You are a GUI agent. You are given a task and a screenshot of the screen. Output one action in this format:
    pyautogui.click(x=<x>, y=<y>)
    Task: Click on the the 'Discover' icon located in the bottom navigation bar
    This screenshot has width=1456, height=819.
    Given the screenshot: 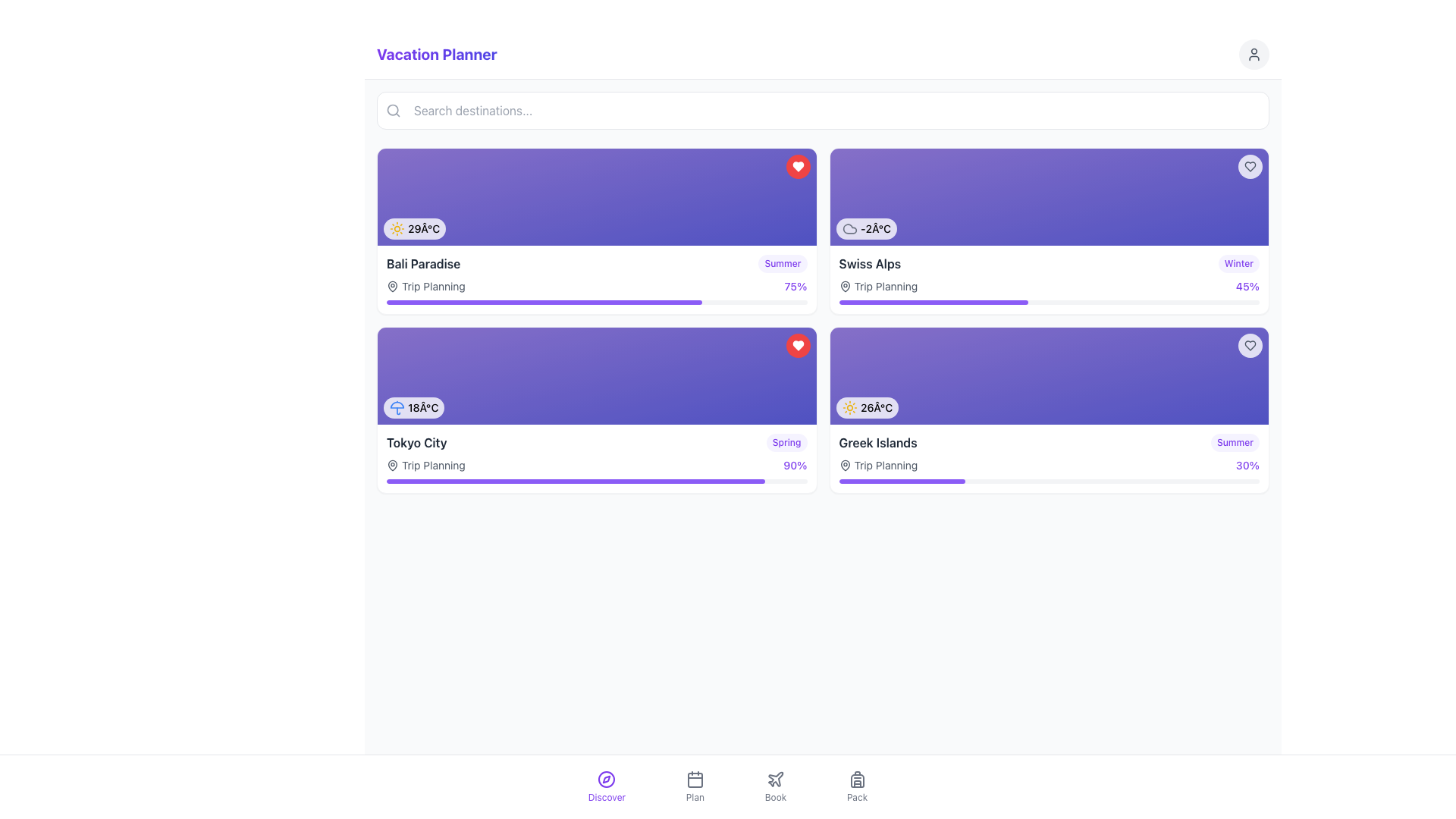 What is the action you would take?
    pyautogui.click(x=607, y=780)
    